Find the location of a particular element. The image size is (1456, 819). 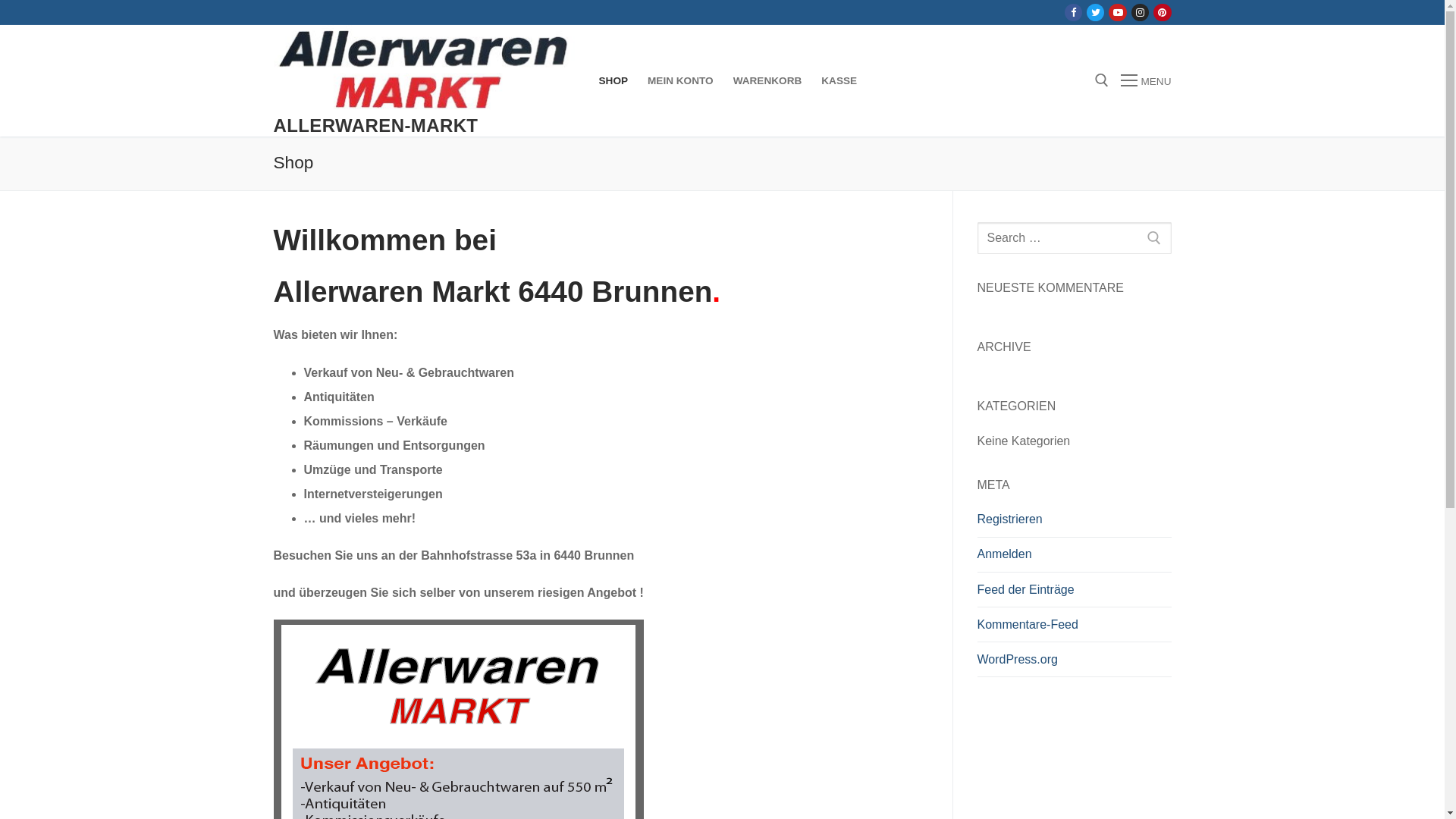

'Twitter' is located at coordinates (1095, 12).